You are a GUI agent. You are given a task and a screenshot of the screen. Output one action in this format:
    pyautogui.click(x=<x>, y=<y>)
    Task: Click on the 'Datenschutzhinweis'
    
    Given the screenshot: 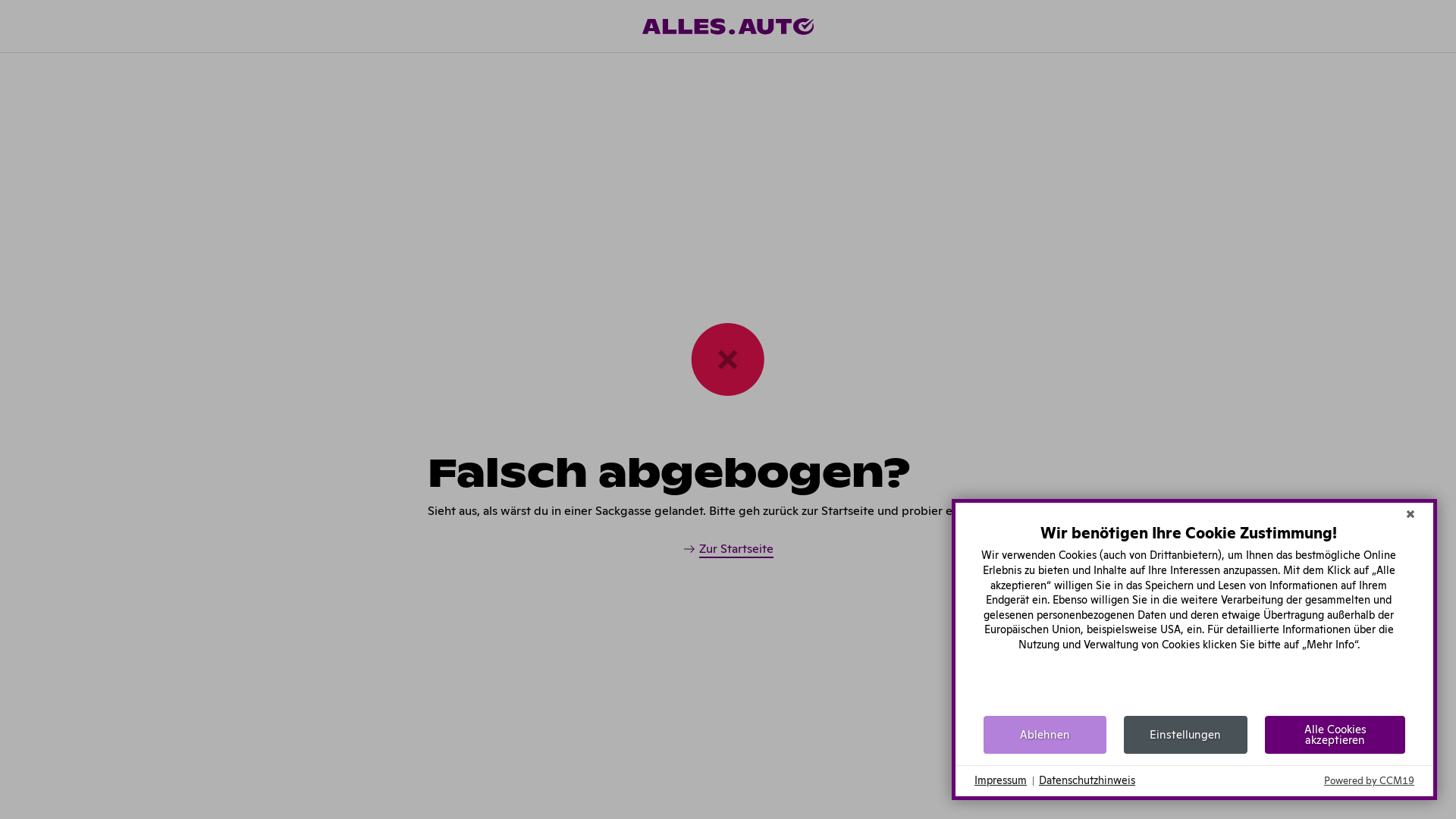 What is the action you would take?
    pyautogui.click(x=1086, y=780)
    